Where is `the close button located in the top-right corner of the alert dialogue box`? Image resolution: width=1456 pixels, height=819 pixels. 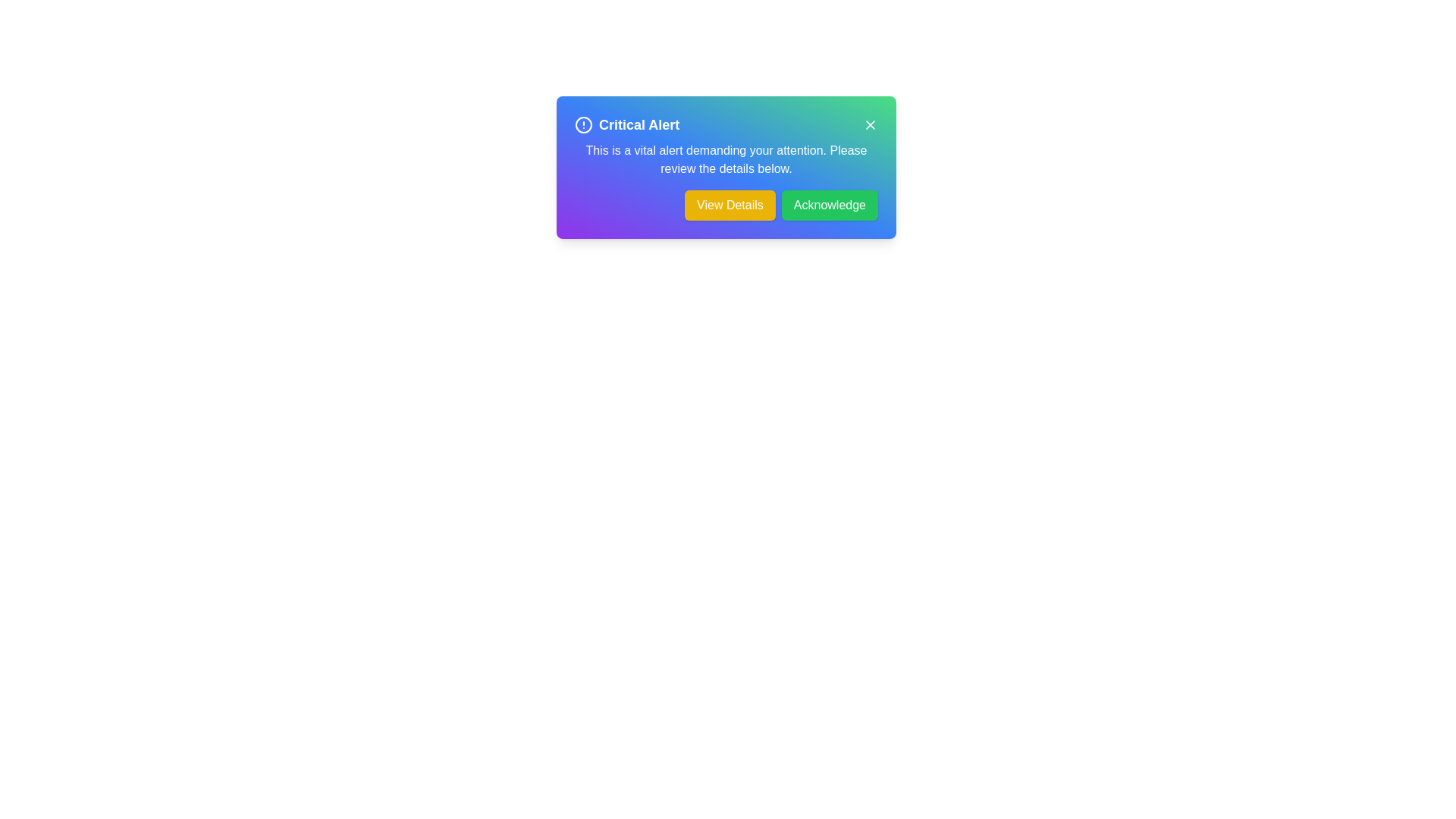 the close button located in the top-right corner of the alert dialogue box is located at coordinates (870, 124).